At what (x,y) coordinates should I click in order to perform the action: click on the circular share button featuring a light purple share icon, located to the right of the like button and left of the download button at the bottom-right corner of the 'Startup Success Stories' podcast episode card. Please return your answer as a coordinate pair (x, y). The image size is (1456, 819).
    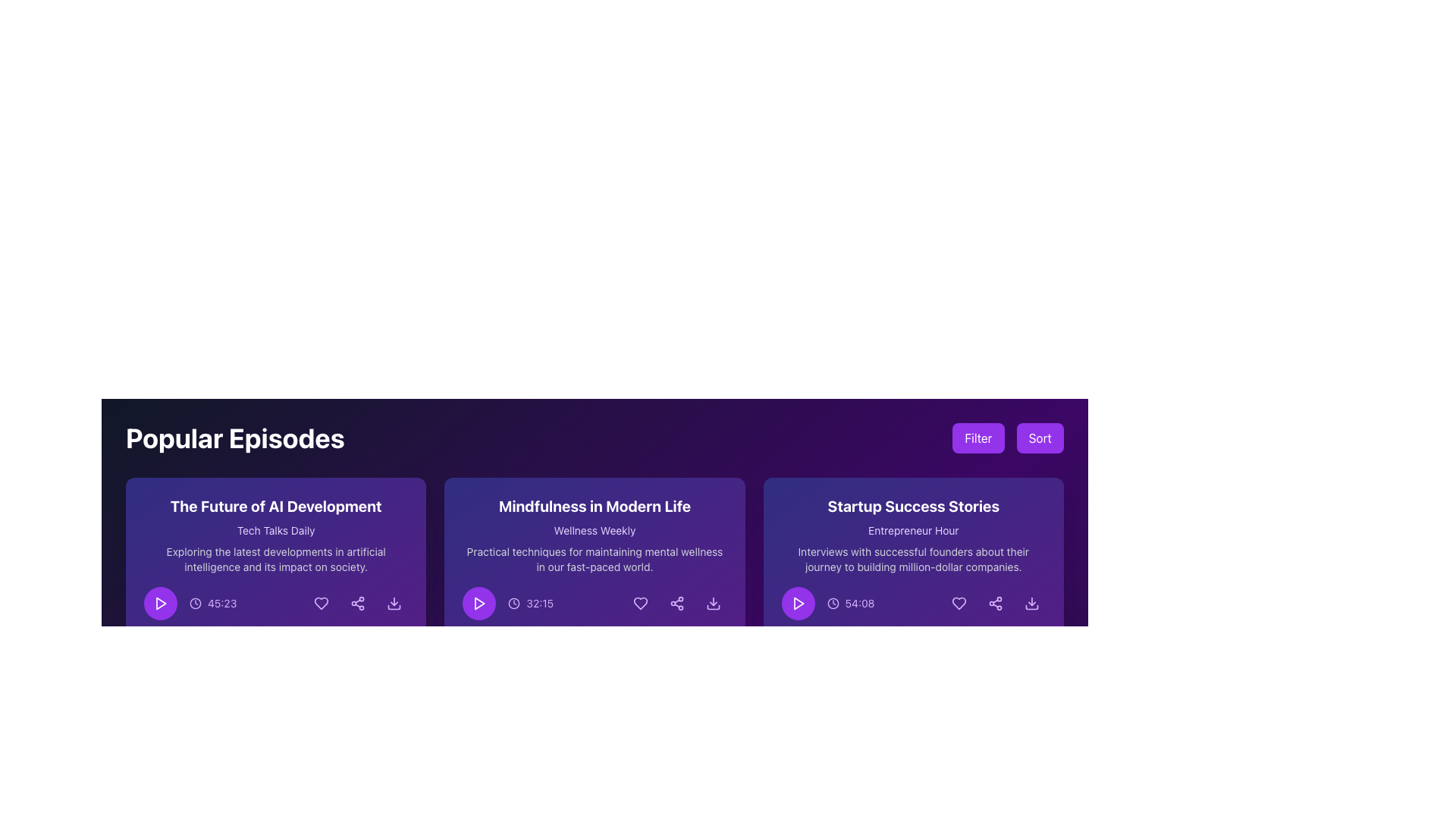
    Looking at the image, I should click on (996, 602).